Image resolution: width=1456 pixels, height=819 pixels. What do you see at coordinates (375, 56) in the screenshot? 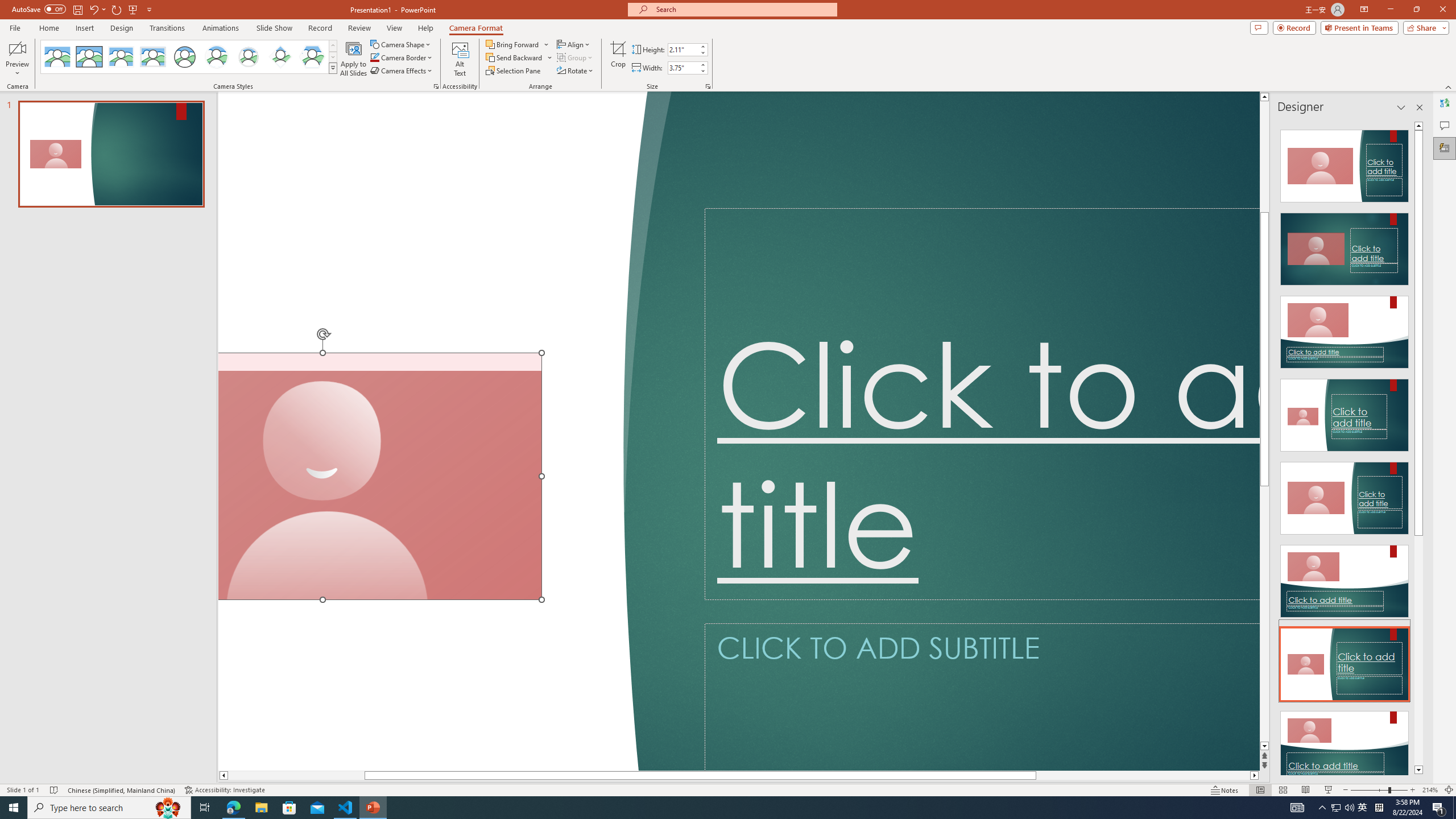
I see `'Camera Border Blue, Accent 1'` at bounding box center [375, 56].